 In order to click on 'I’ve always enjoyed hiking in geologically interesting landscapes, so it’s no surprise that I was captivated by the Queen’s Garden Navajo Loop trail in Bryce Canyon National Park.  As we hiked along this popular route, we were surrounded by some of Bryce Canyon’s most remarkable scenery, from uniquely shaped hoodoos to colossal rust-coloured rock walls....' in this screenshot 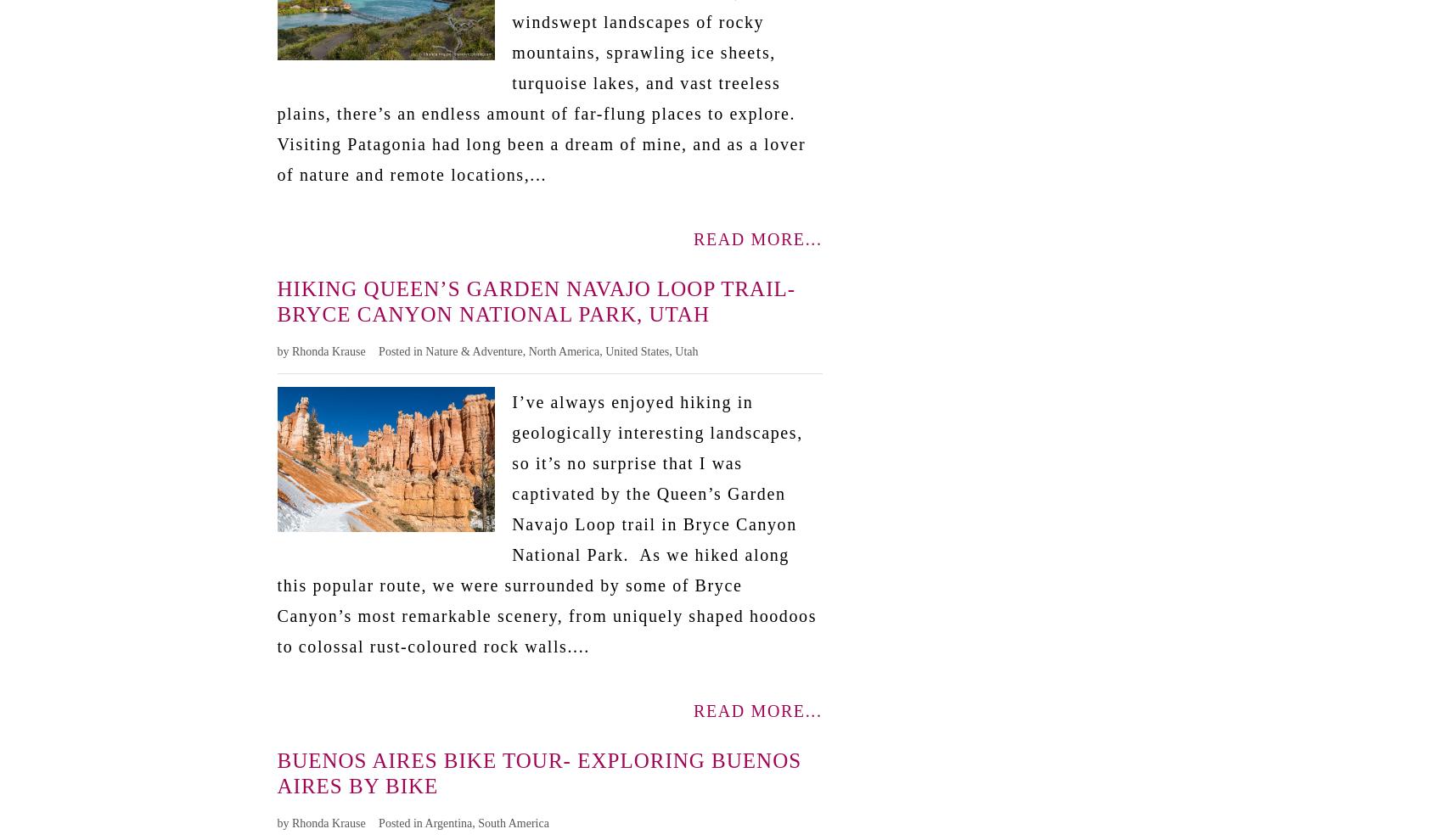, I will do `click(276, 522)`.